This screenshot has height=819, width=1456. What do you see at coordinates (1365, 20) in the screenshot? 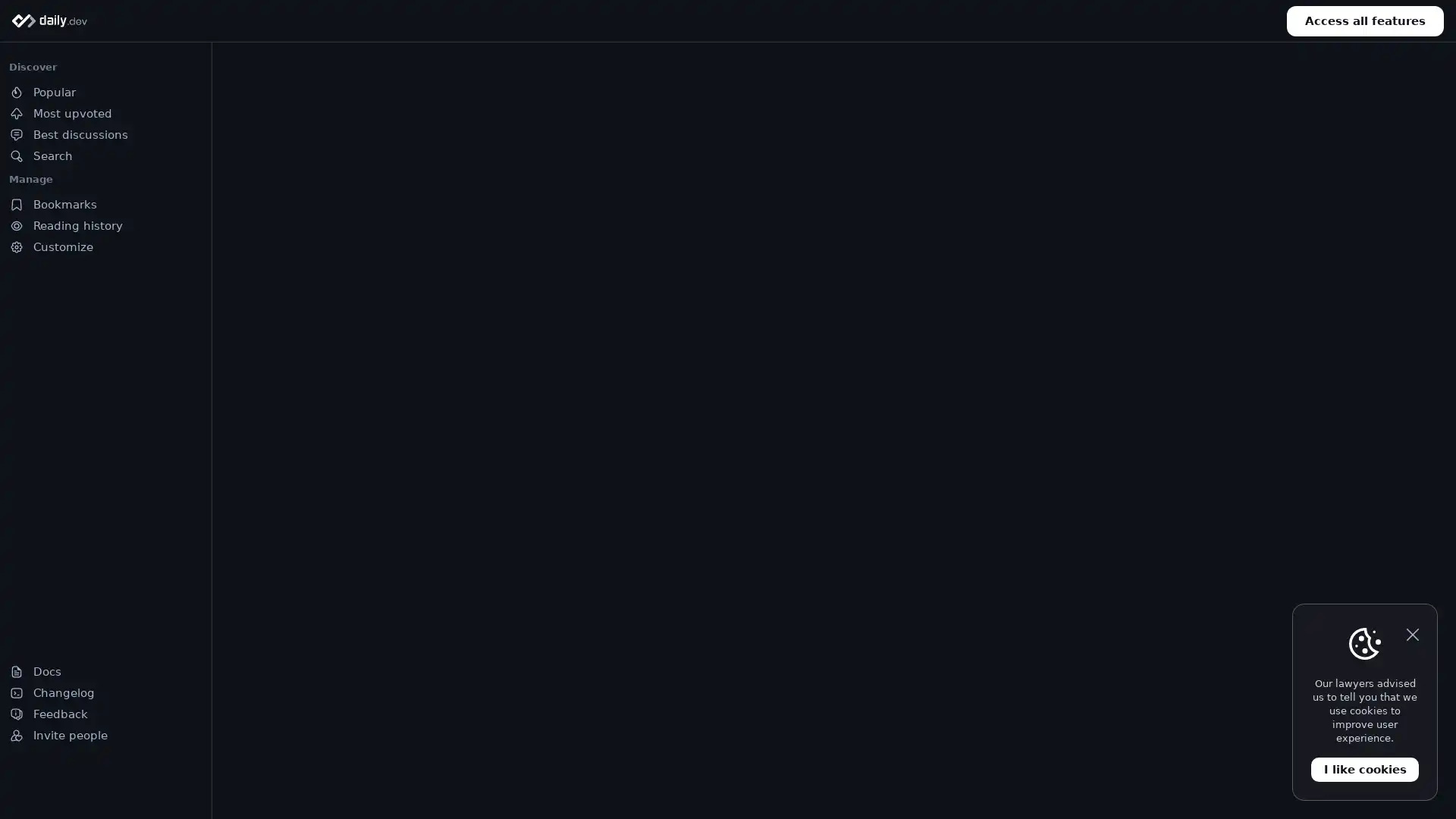
I see `Access all features` at bounding box center [1365, 20].